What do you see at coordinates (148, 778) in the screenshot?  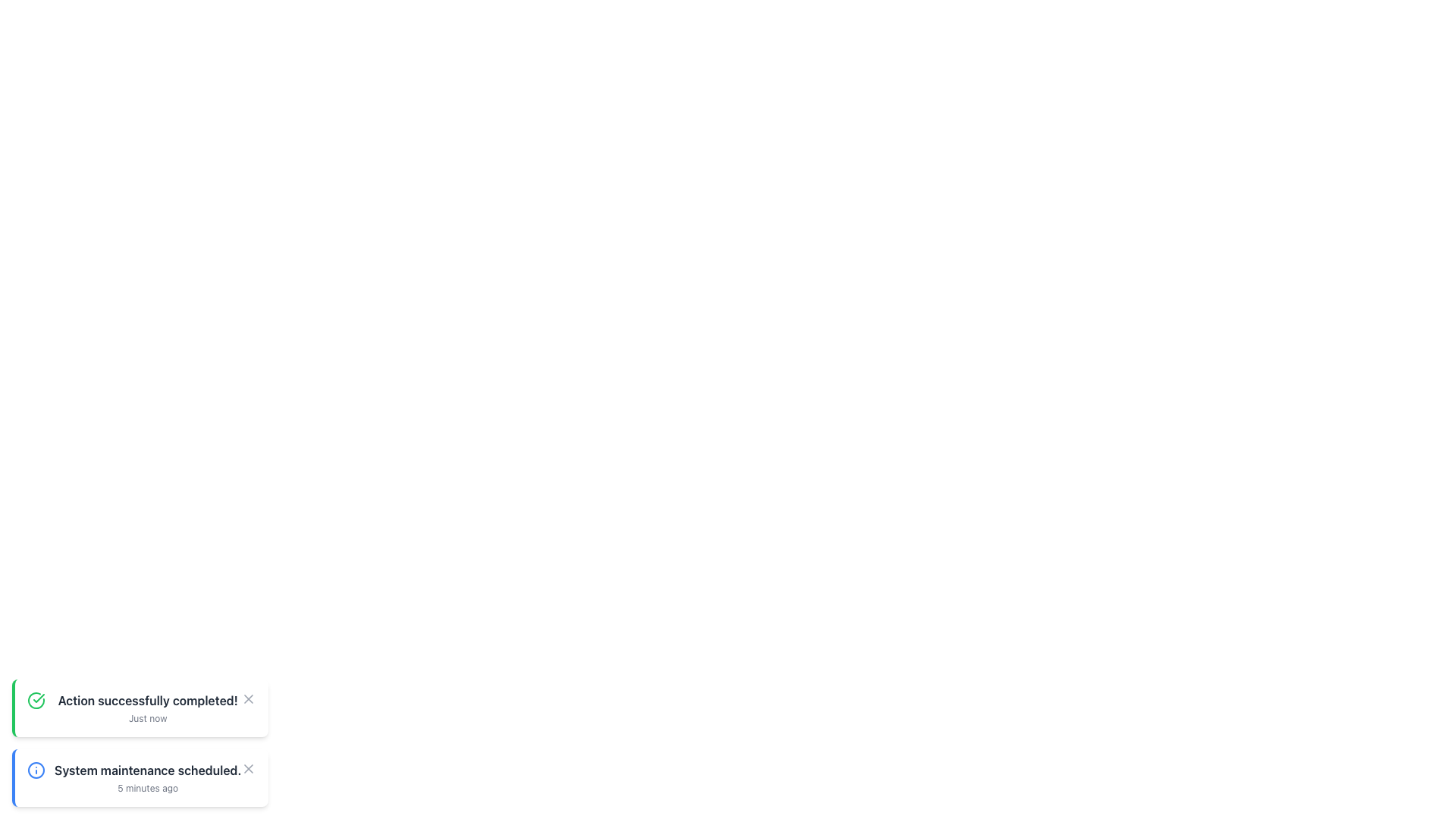 I see `the category or purpose of the notification message titled 'System maintenance scheduled.' displayed prominently` at bounding box center [148, 778].